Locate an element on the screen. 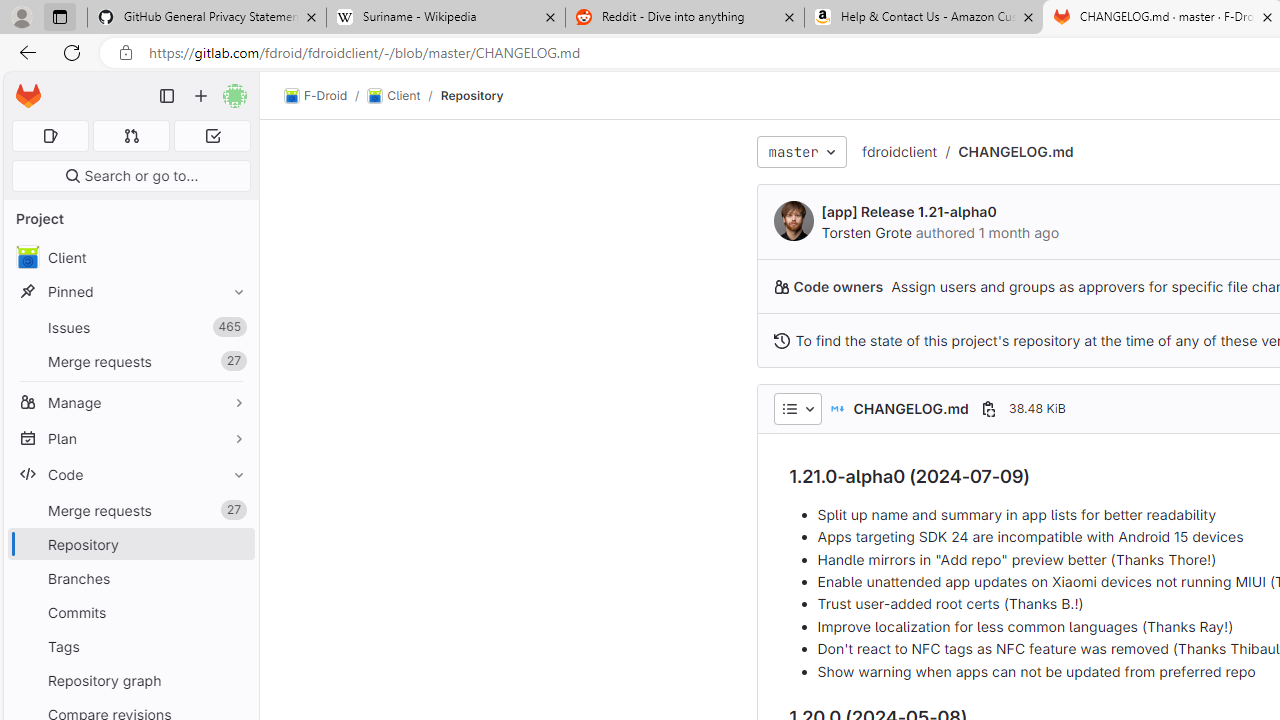 The image size is (1280, 720). 'Merge requests 27' is located at coordinates (130, 509).